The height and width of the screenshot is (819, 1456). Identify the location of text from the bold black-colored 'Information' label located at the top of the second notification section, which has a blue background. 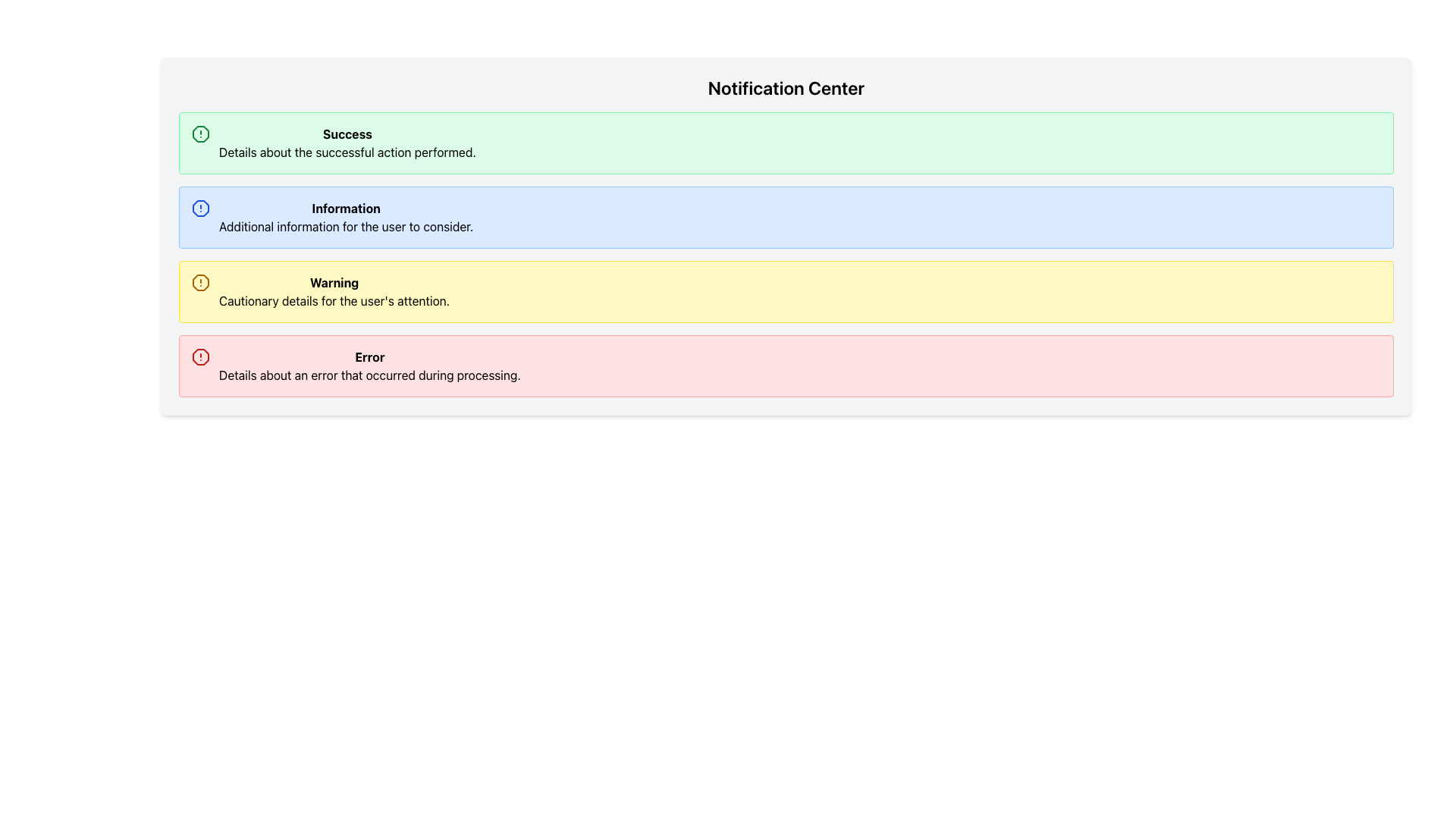
(345, 208).